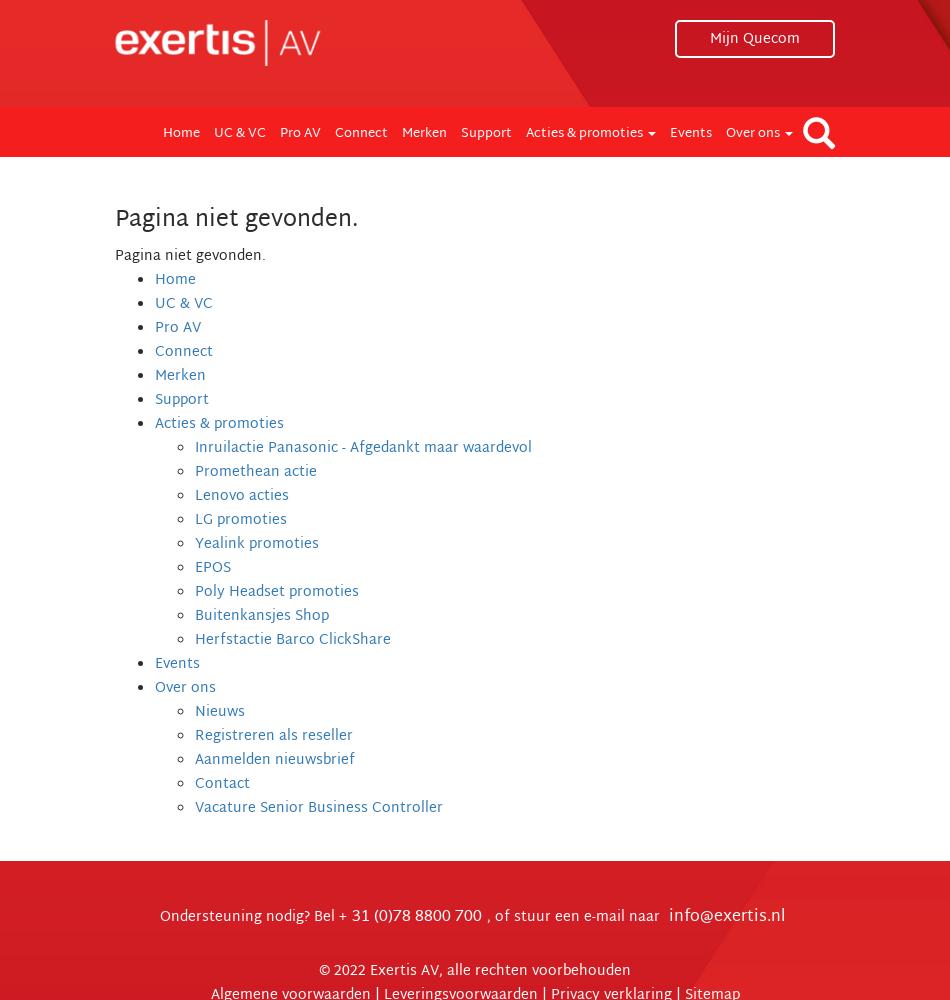 The width and height of the screenshot is (950, 1000). Describe the element at coordinates (252, 917) in the screenshot. I see `'Ondersteuning nodig? Bel +'` at that location.